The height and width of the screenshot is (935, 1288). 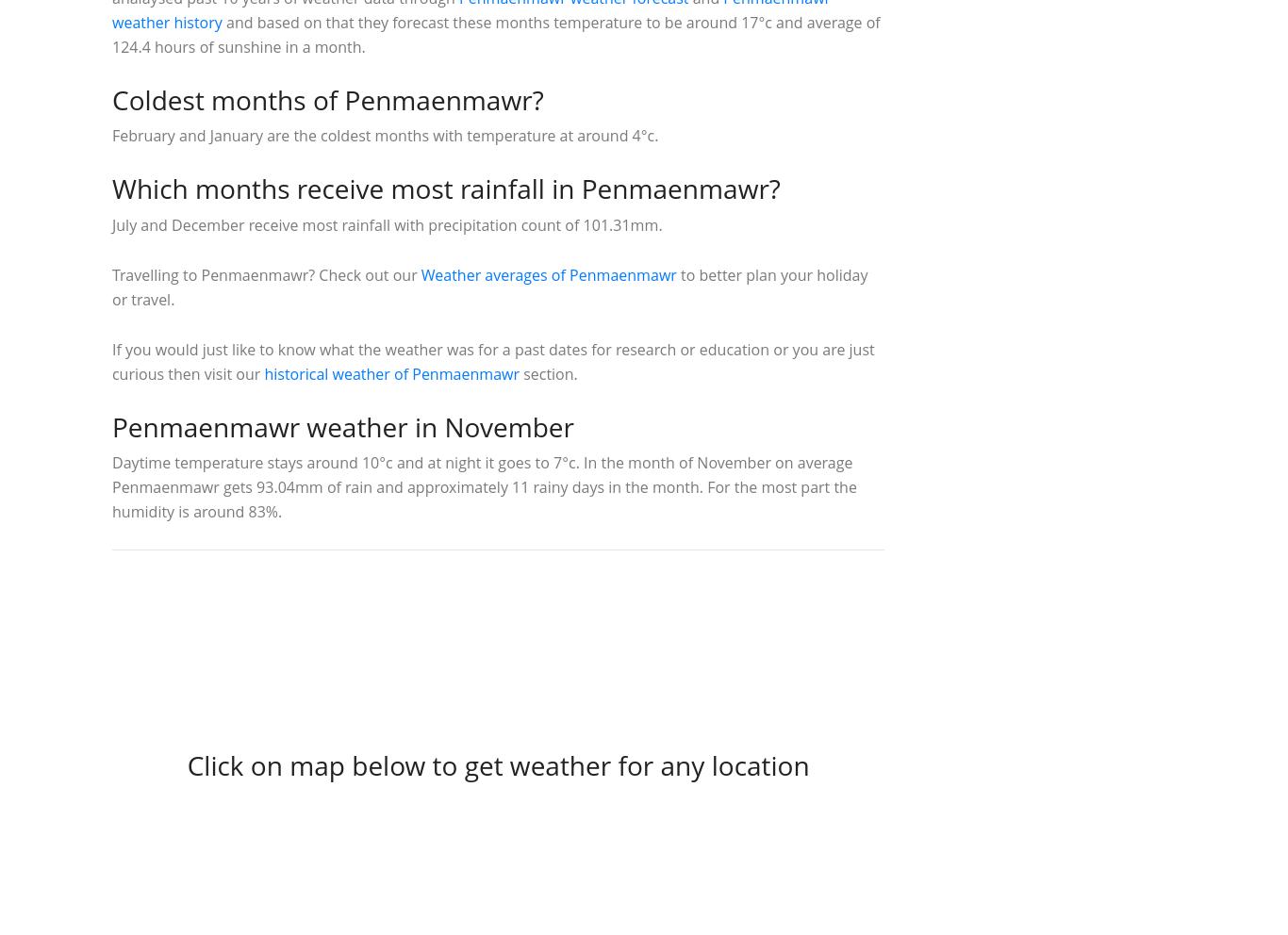 What do you see at coordinates (384, 136) in the screenshot?
I see `'February and January are the coldest months with temperature at around 4°c.'` at bounding box center [384, 136].